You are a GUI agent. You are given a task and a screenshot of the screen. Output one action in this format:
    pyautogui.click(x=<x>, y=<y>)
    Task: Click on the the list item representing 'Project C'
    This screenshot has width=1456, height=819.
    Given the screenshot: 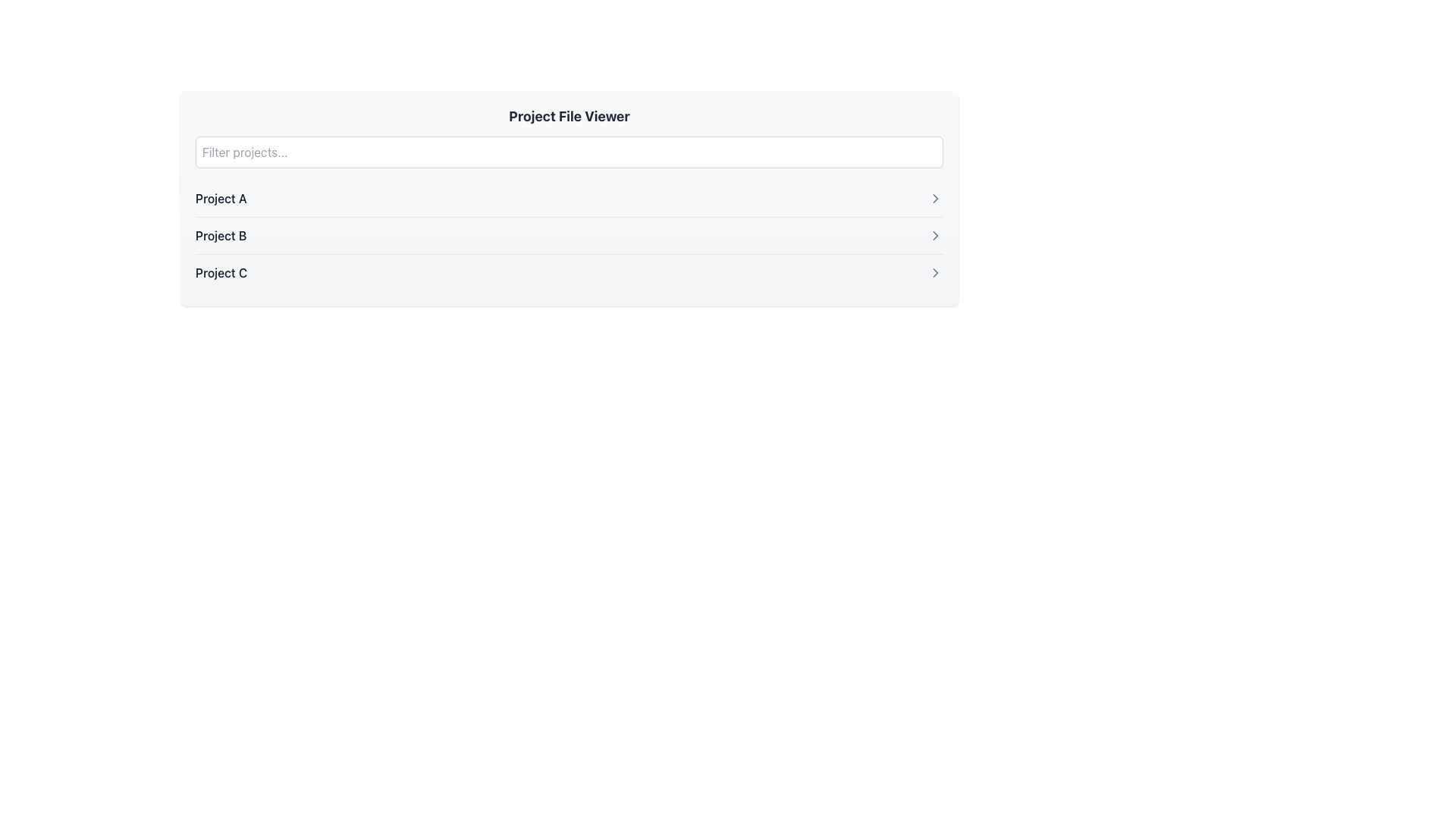 What is the action you would take?
    pyautogui.click(x=568, y=271)
    